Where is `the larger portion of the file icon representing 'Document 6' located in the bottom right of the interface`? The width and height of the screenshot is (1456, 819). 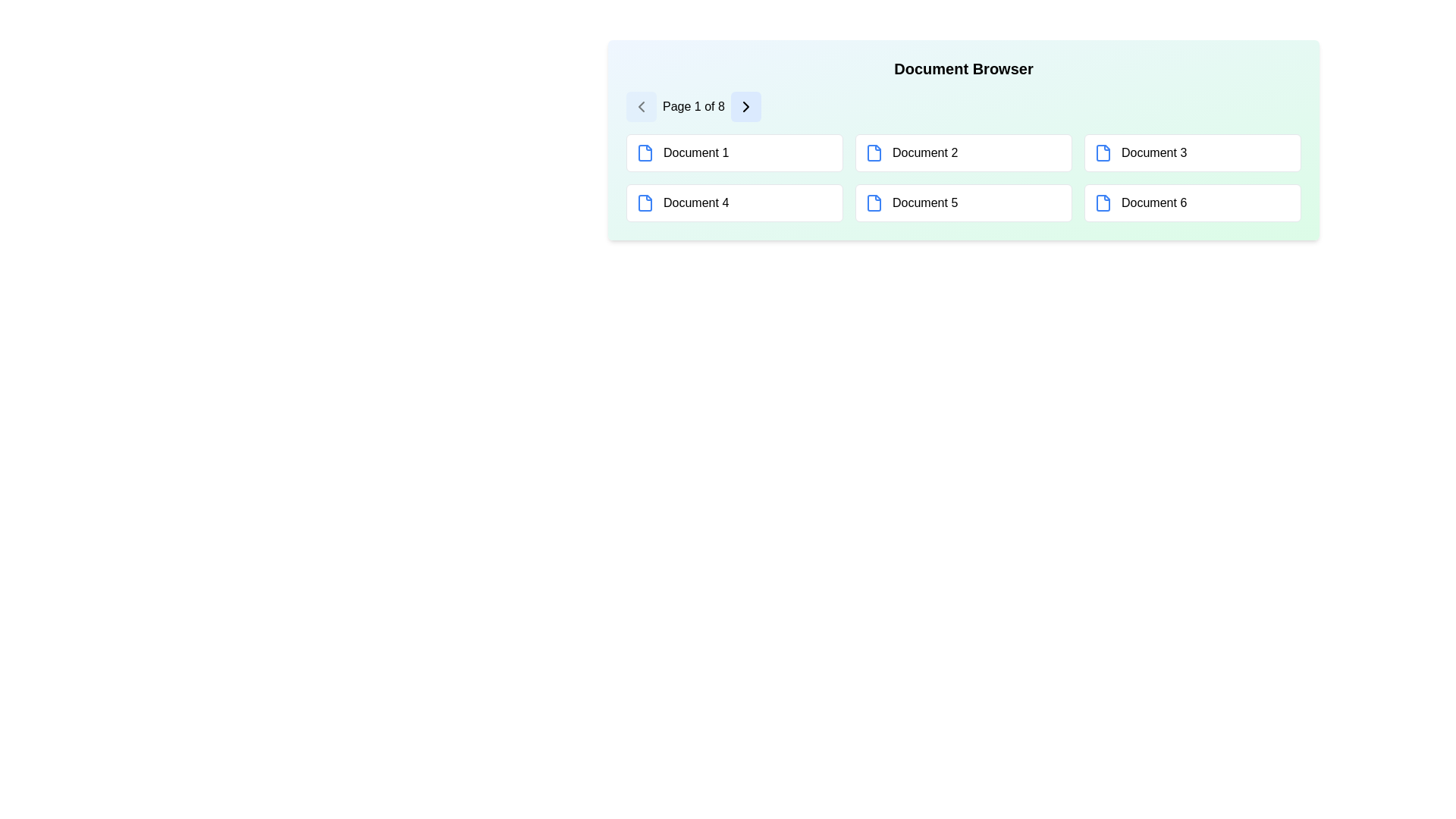 the larger portion of the file icon representing 'Document 6' located in the bottom right of the interface is located at coordinates (1103, 202).